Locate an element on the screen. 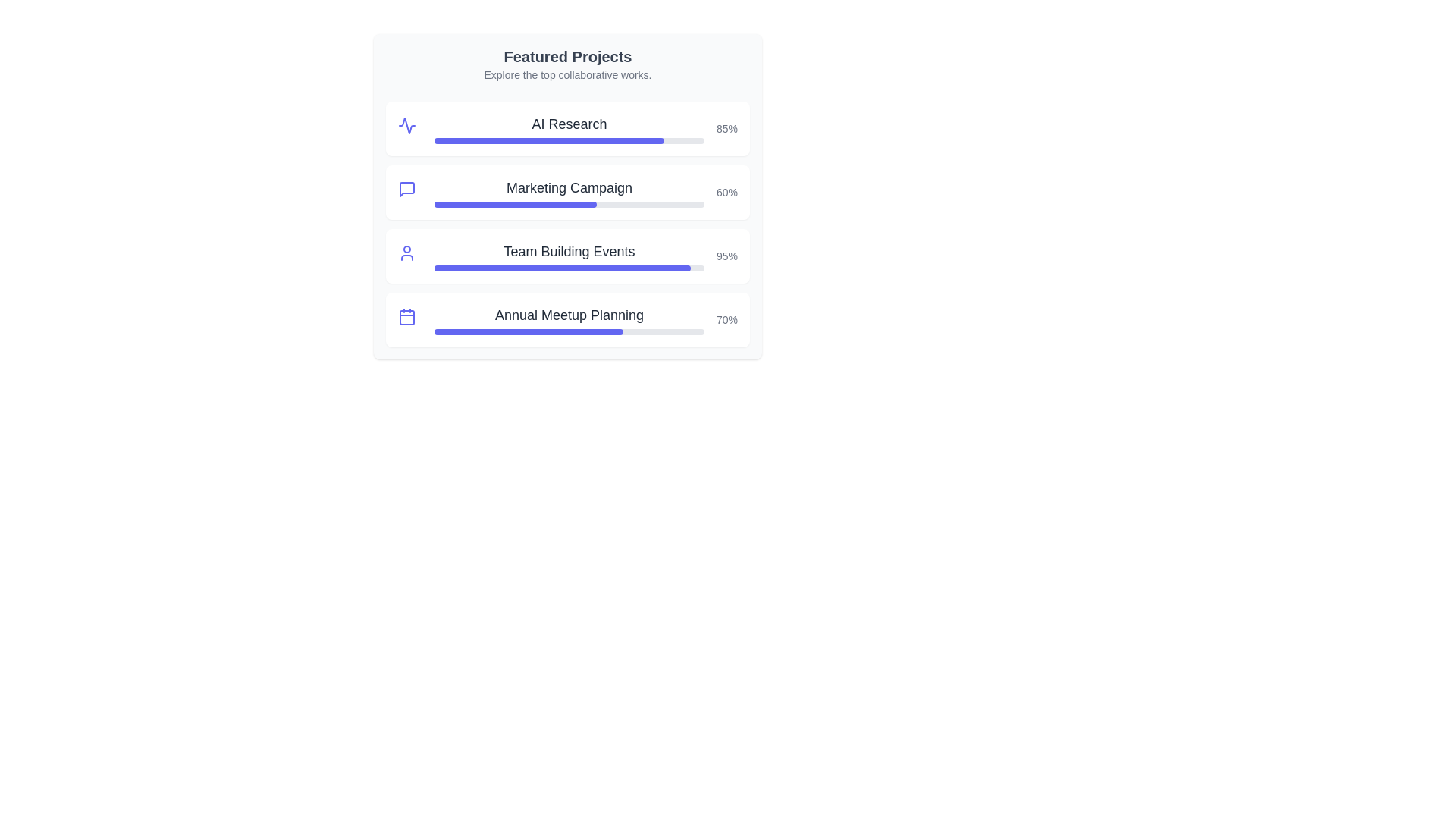 This screenshot has height=819, width=1456. the project icon for Team Building Events to reveal additional information is located at coordinates (410, 256).